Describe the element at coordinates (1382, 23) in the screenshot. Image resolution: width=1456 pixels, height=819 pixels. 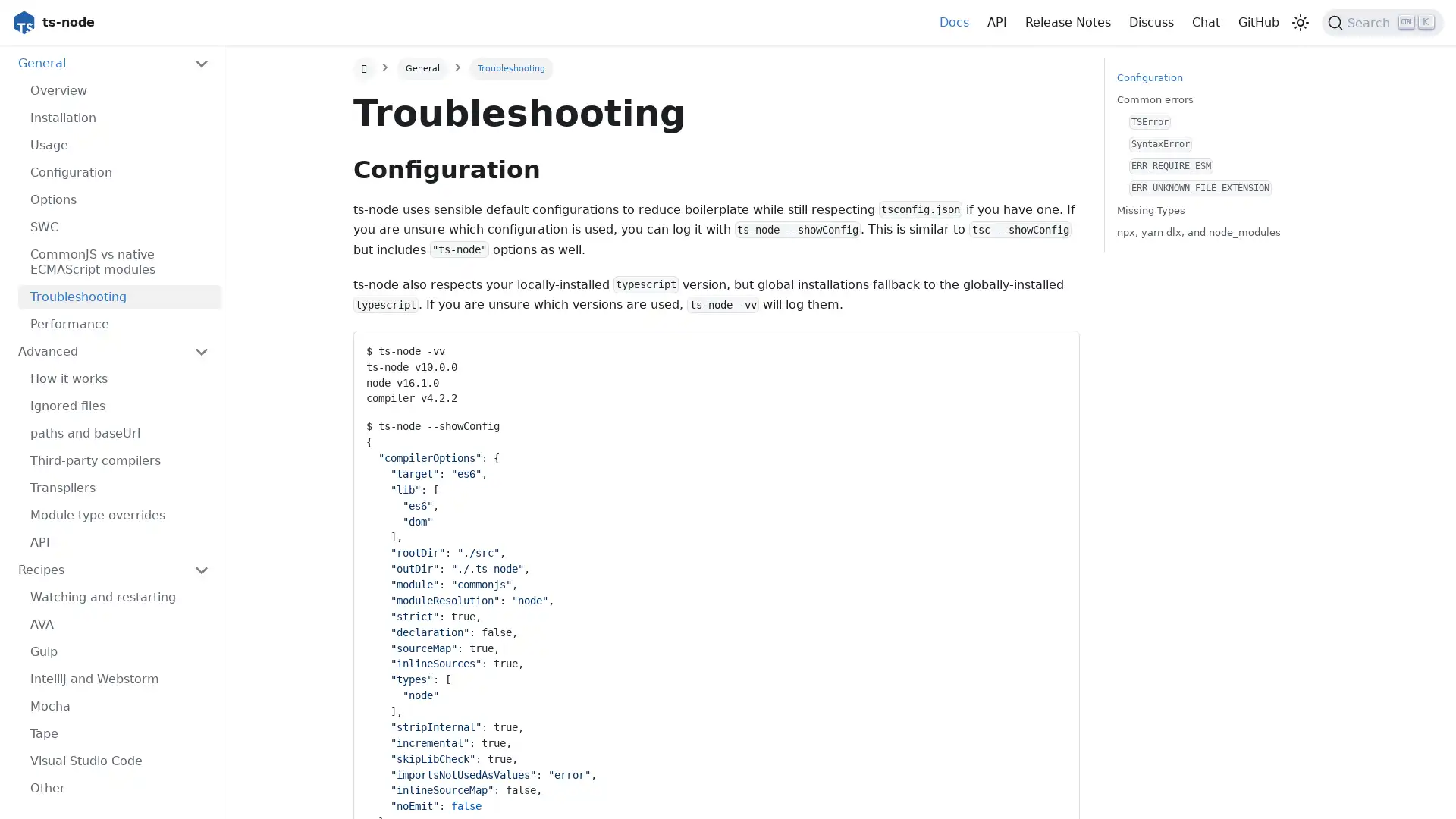
I see `Search` at that location.